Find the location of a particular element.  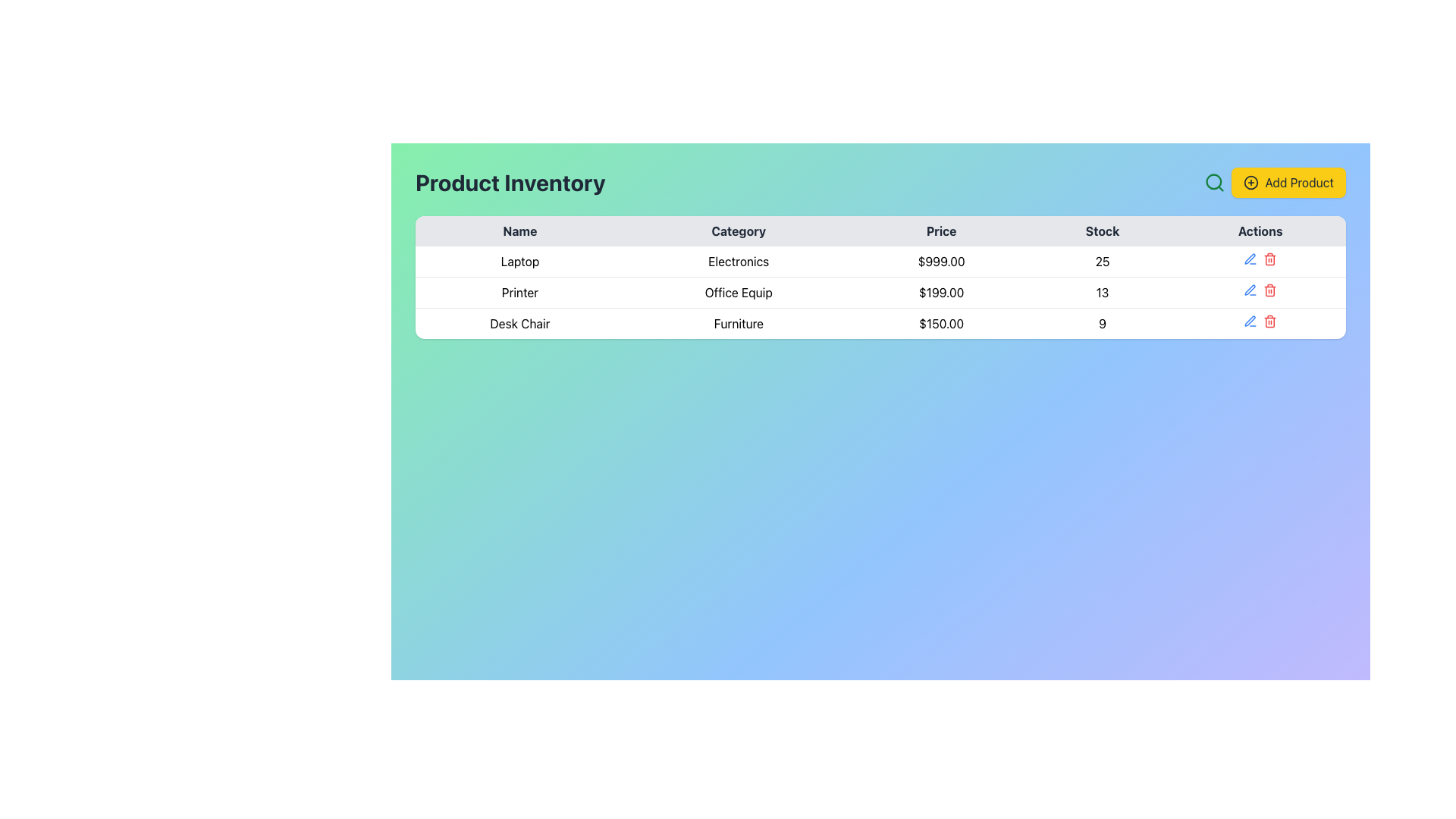

the third row of the product inventory table displaying details about the 'Desk Chair', including its name, category, price, stock, and interactive icons for actions is located at coordinates (880, 322).